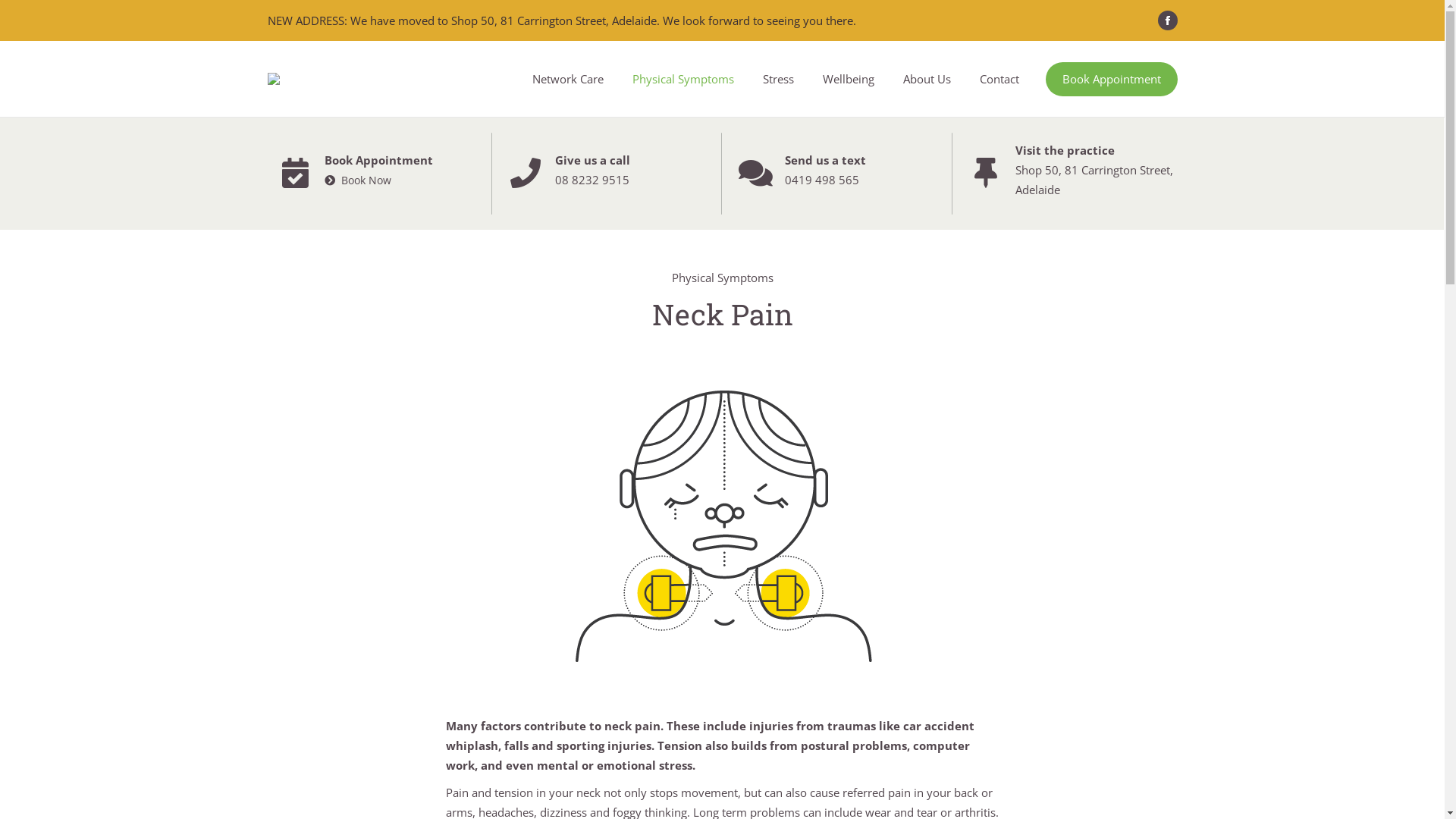 The height and width of the screenshot is (819, 1456). Describe the element at coordinates (777, 78) in the screenshot. I see `'Stress'` at that location.